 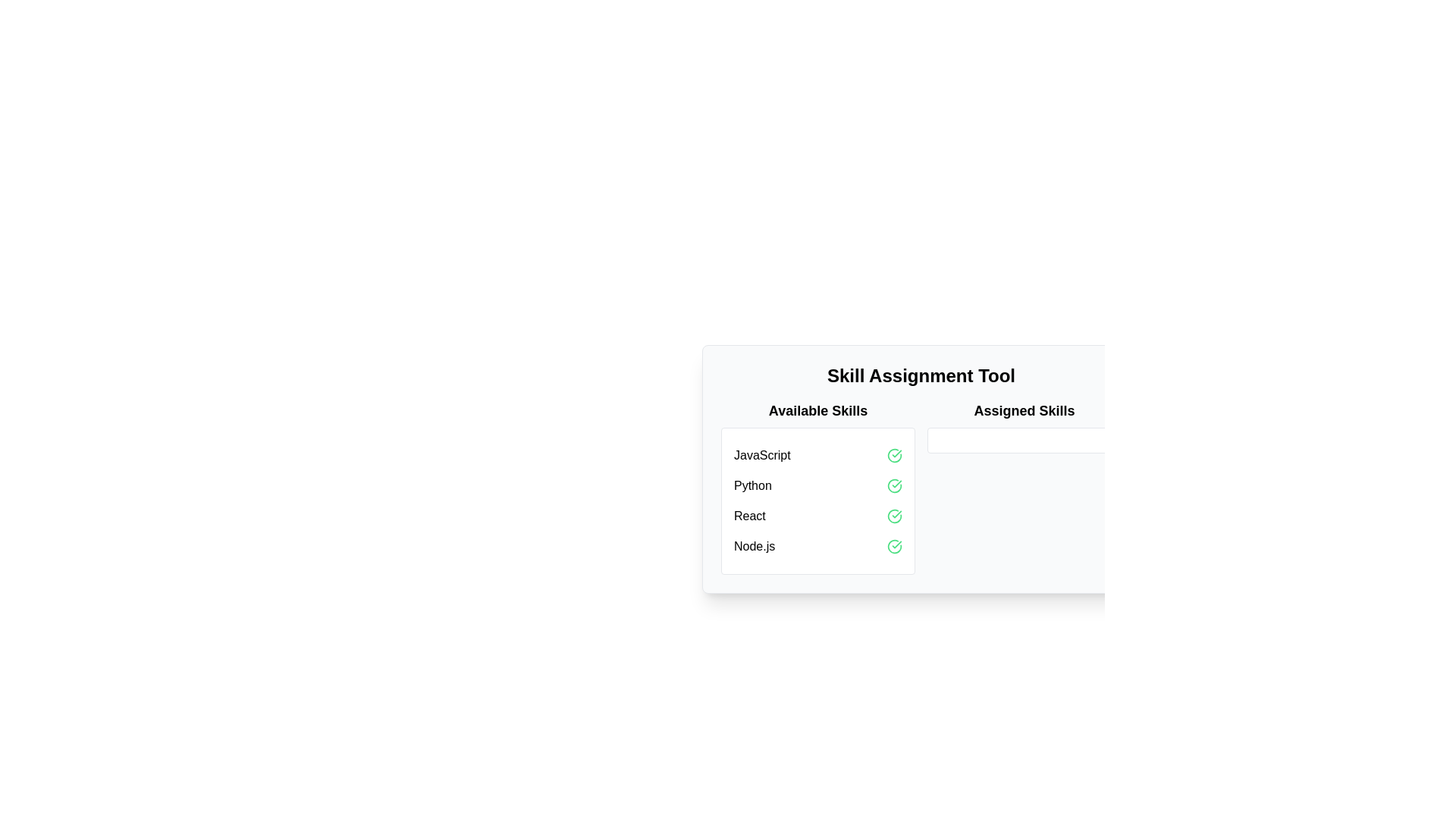 What do you see at coordinates (762, 455) in the screenshot?
I see `'JavaScript' label in the 'Available Skills' list, which is the topmost item under the title 'Available Skills'` at bounding box center [762, 455].